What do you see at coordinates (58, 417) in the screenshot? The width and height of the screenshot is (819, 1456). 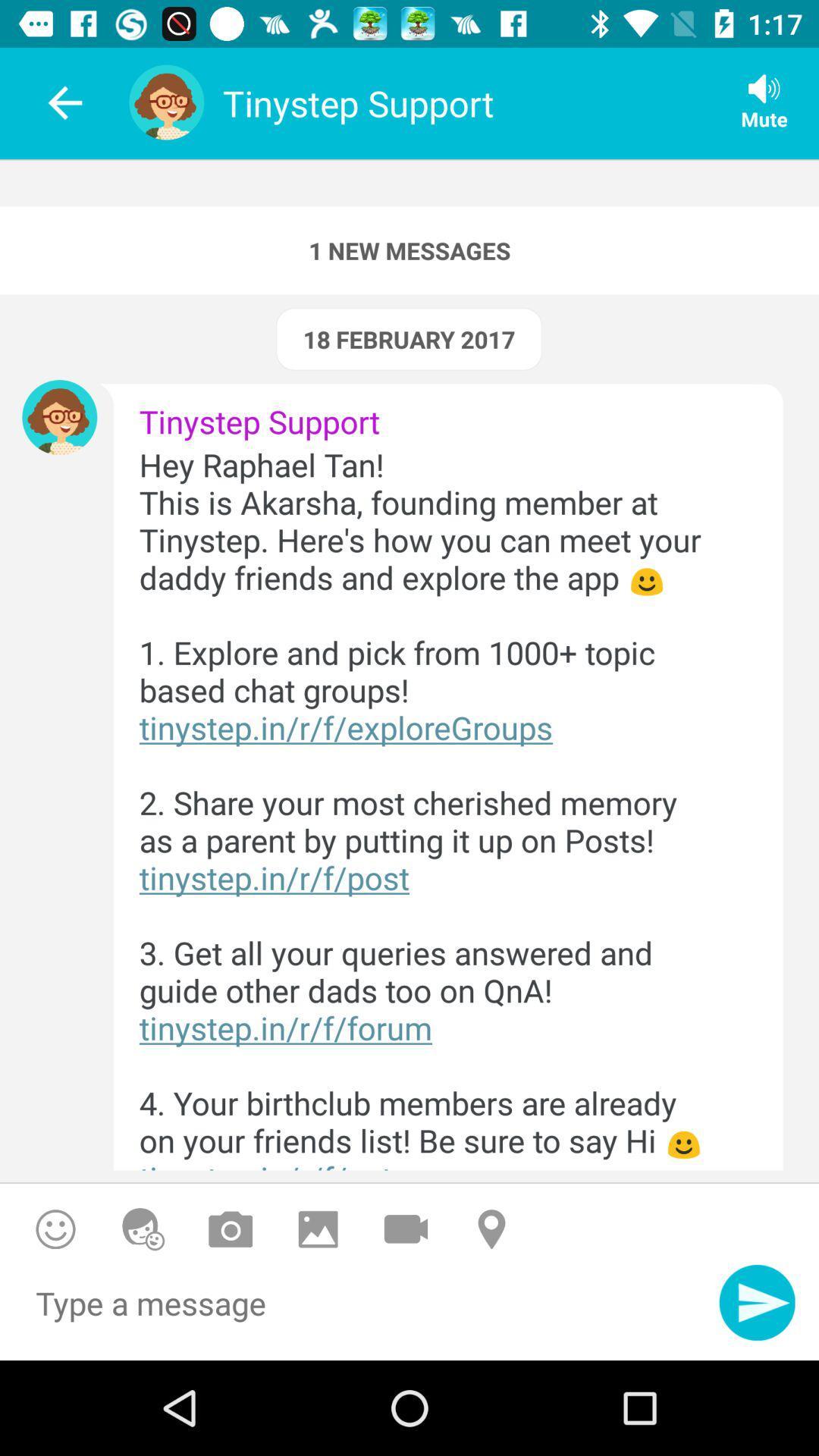 I see `tinystep support profile` at bounding box center [58, 417].